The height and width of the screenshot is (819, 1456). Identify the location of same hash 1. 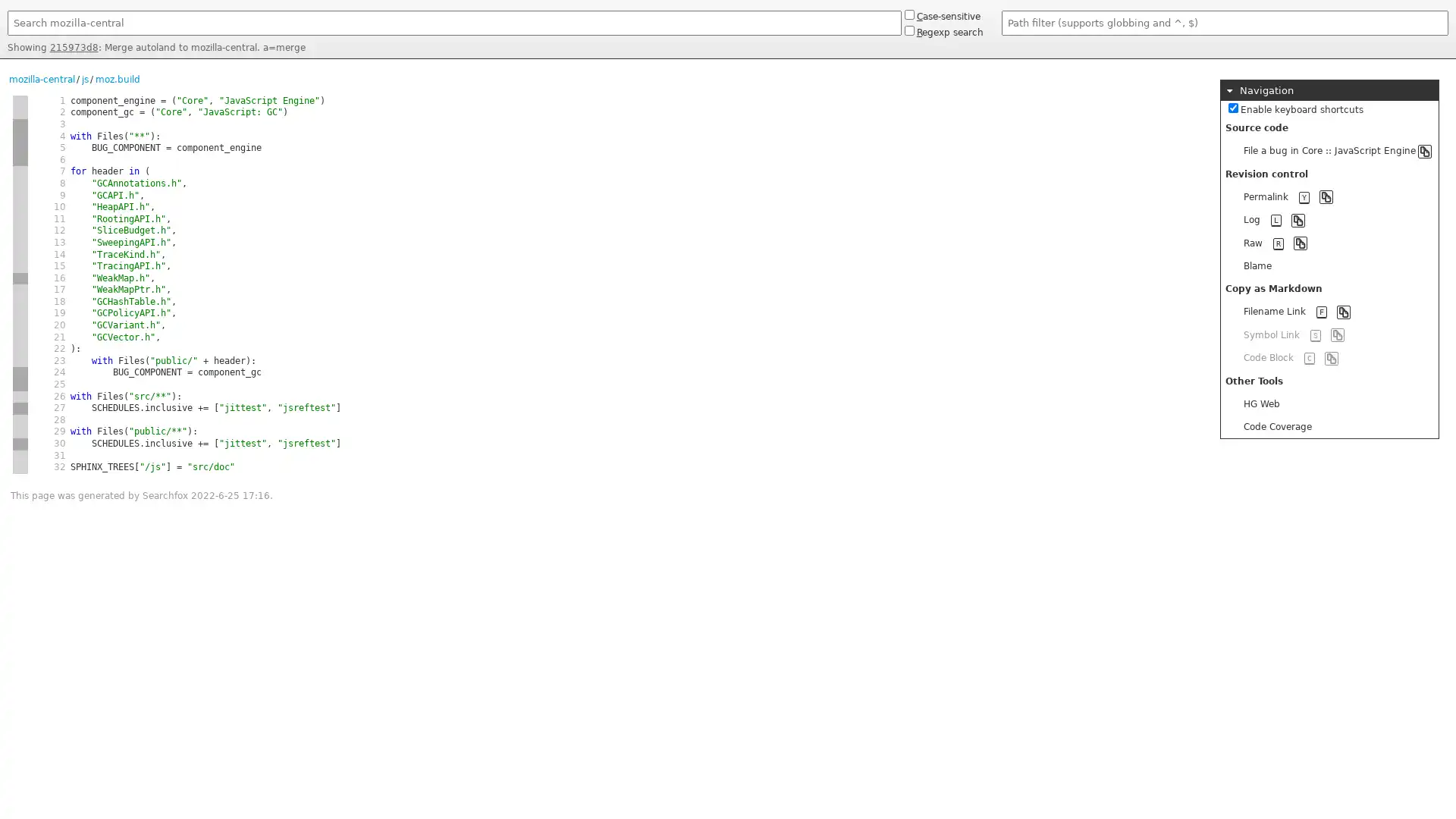
(20, 195).